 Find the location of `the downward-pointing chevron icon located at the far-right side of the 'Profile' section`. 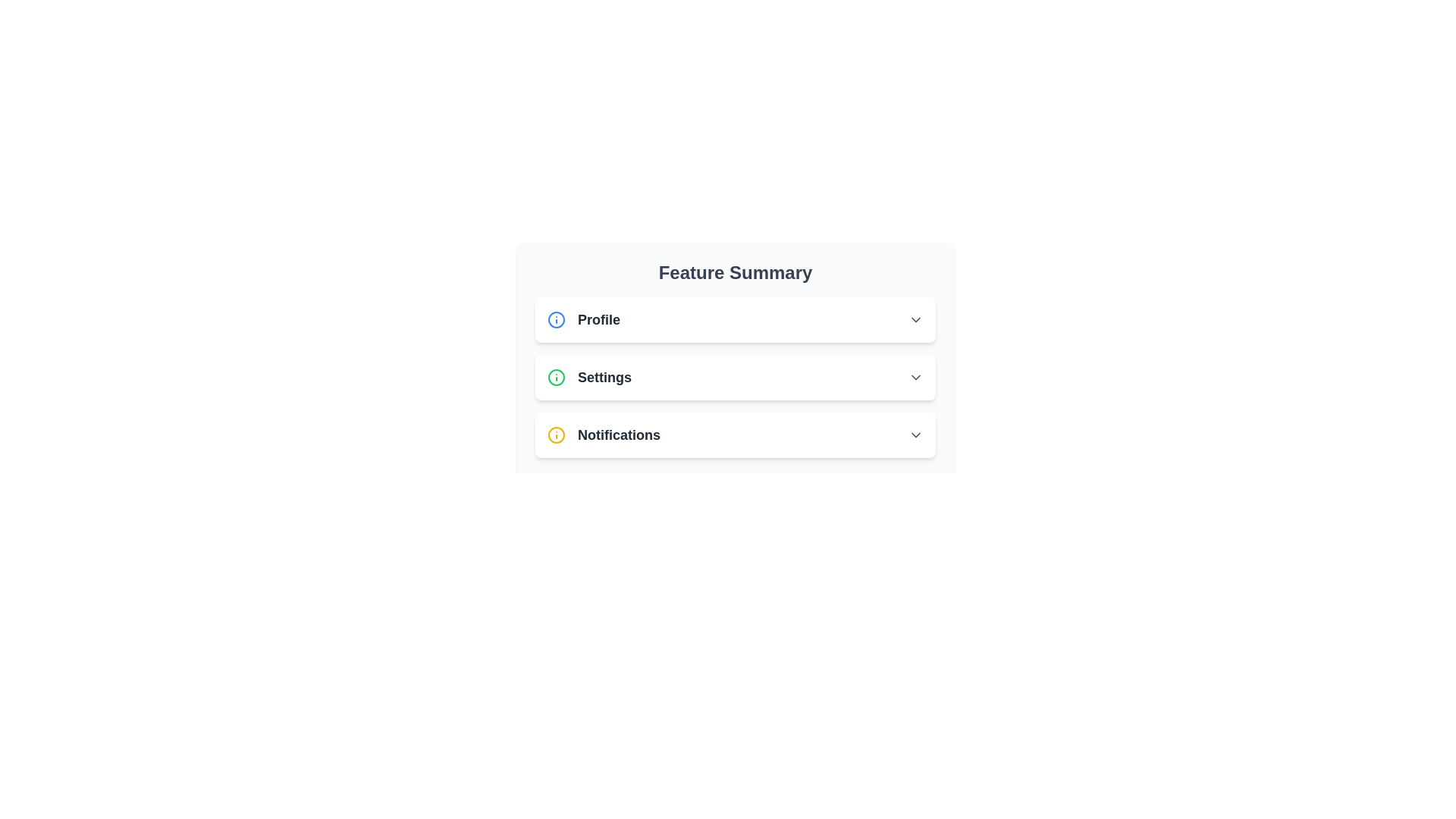

the downward-pointing chevron icon located at the far-right side of the 'Profile' section is located at coordinates (915, 318).